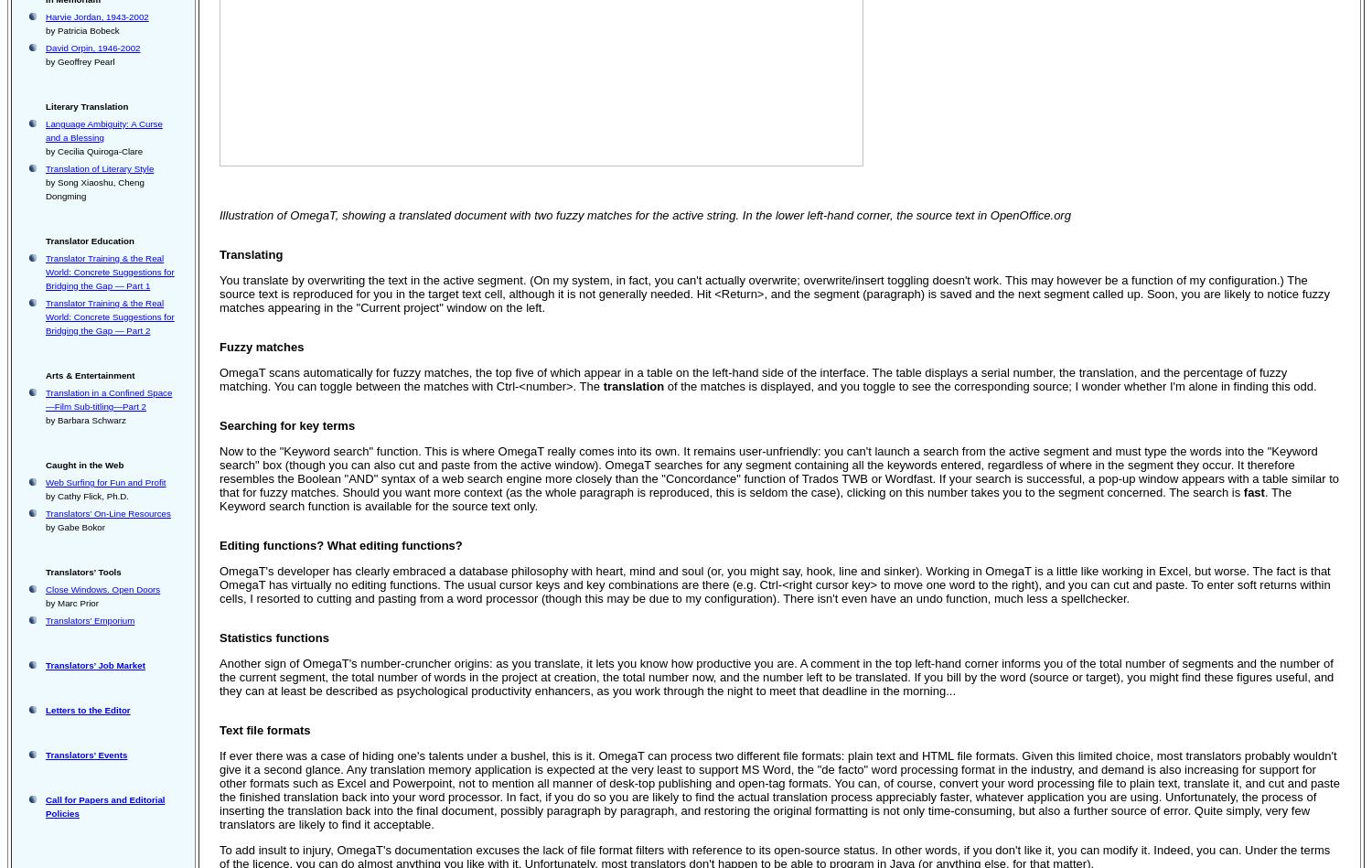 The width and height of the screenshot is (1372, 868). What do you see at coordinates (82, 571) in the screenshot?
I see `'Translators’ Tools'` at bounding box center [82, 571].